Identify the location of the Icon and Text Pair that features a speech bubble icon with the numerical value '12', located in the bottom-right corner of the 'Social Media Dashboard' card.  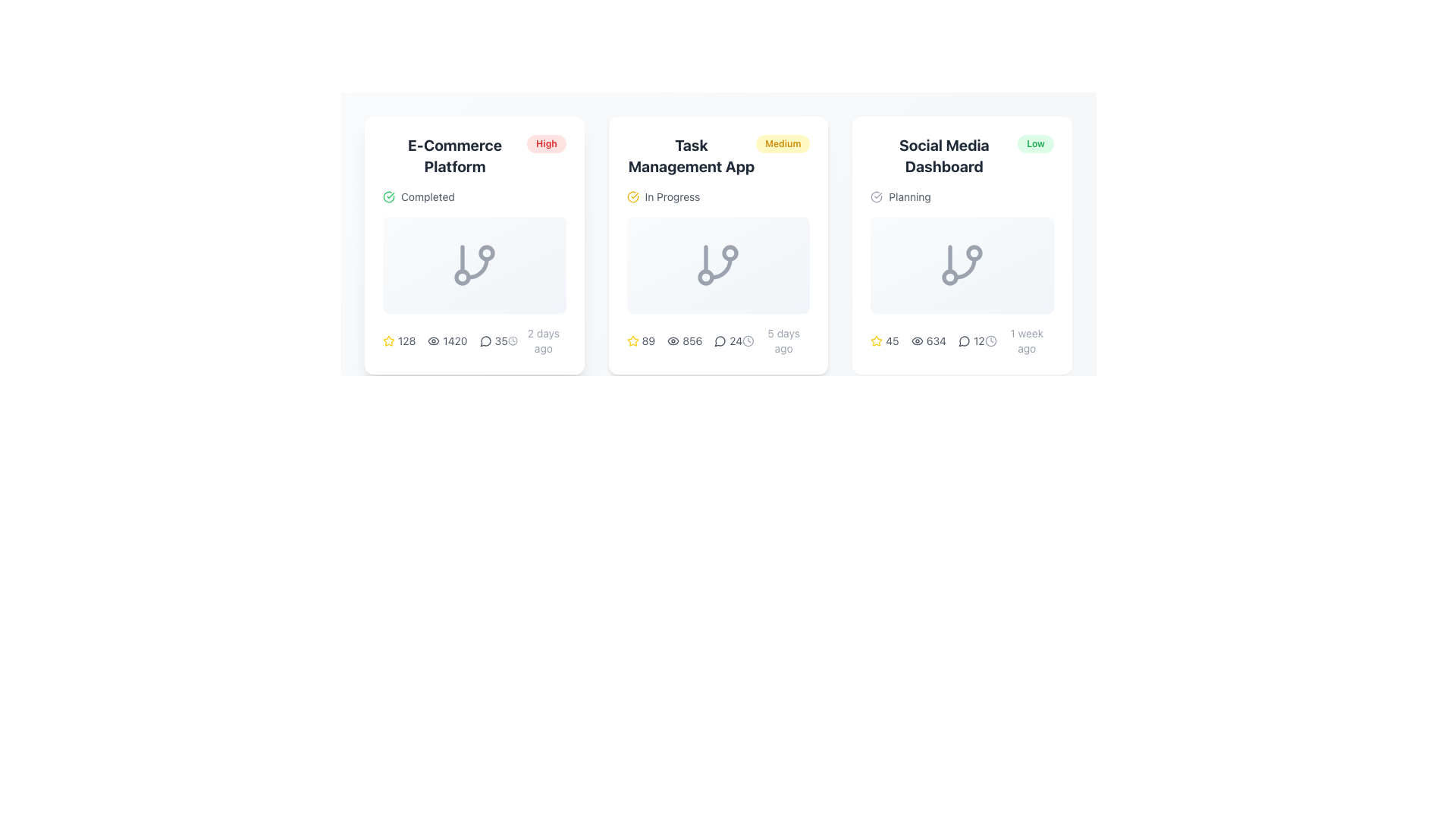
(971, 341).